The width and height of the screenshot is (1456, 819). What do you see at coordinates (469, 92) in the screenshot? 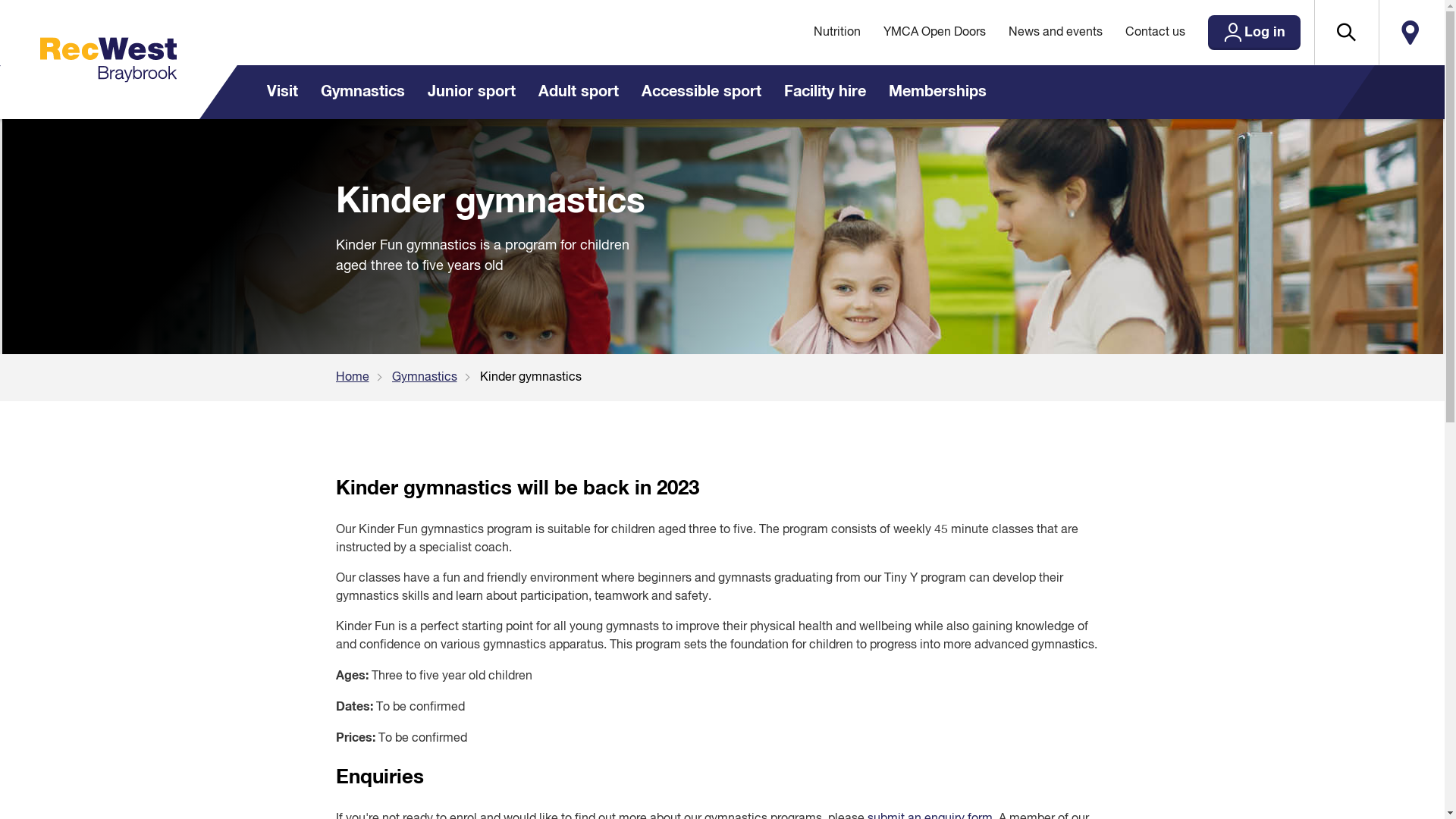
I see `'Junior sport'` at bounding box center [469, 92].